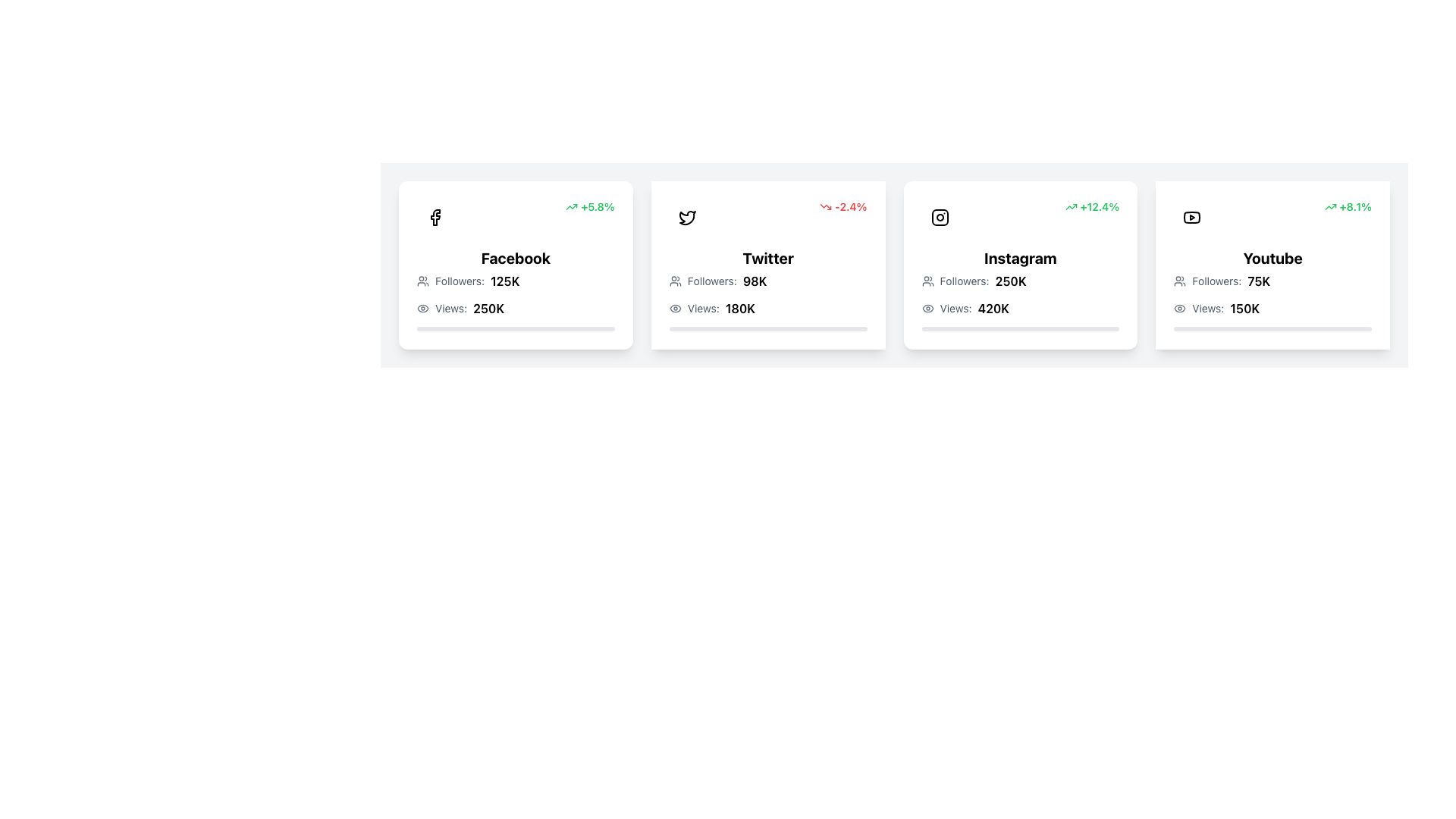  What do you see at coordinates (993, 308) in the screenshot?
I see `the total view count text element located within the third metrics card of the Instagram metrics summary, which follows the label 'Views:'` at bounding box center [993, 308].